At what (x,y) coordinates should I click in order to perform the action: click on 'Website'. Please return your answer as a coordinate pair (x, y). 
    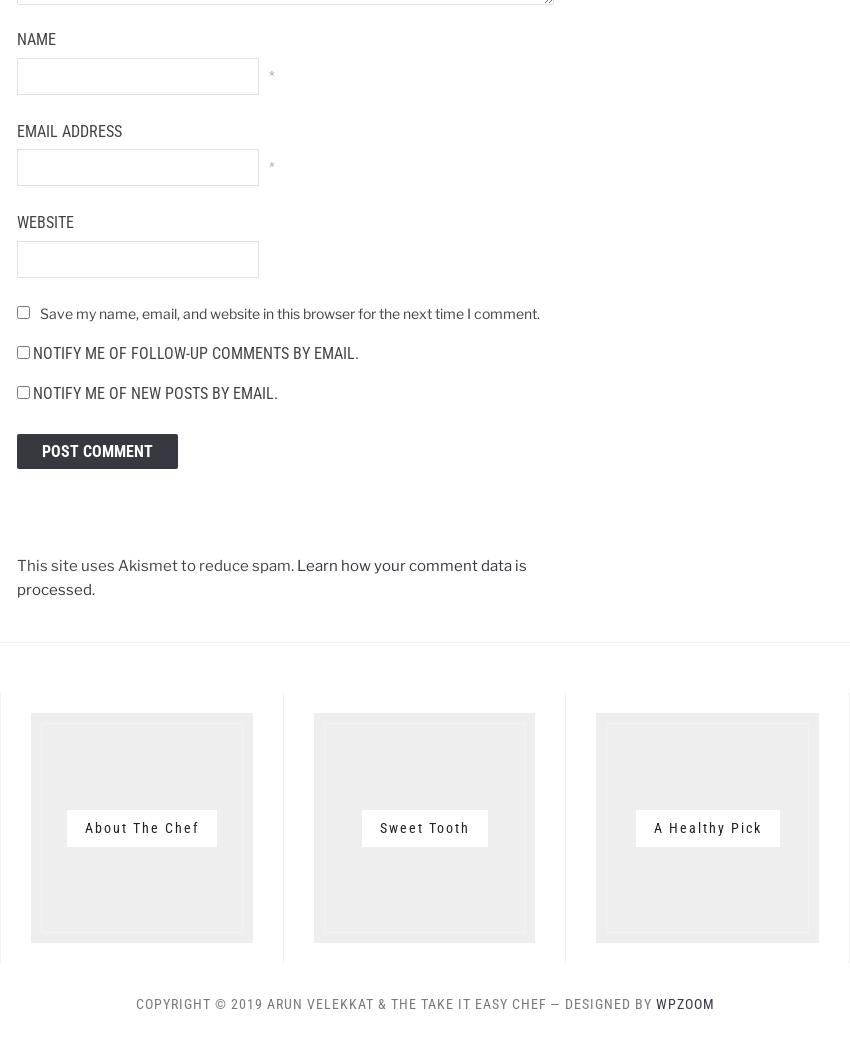
    Looking at the image, I should click on (45, 221).